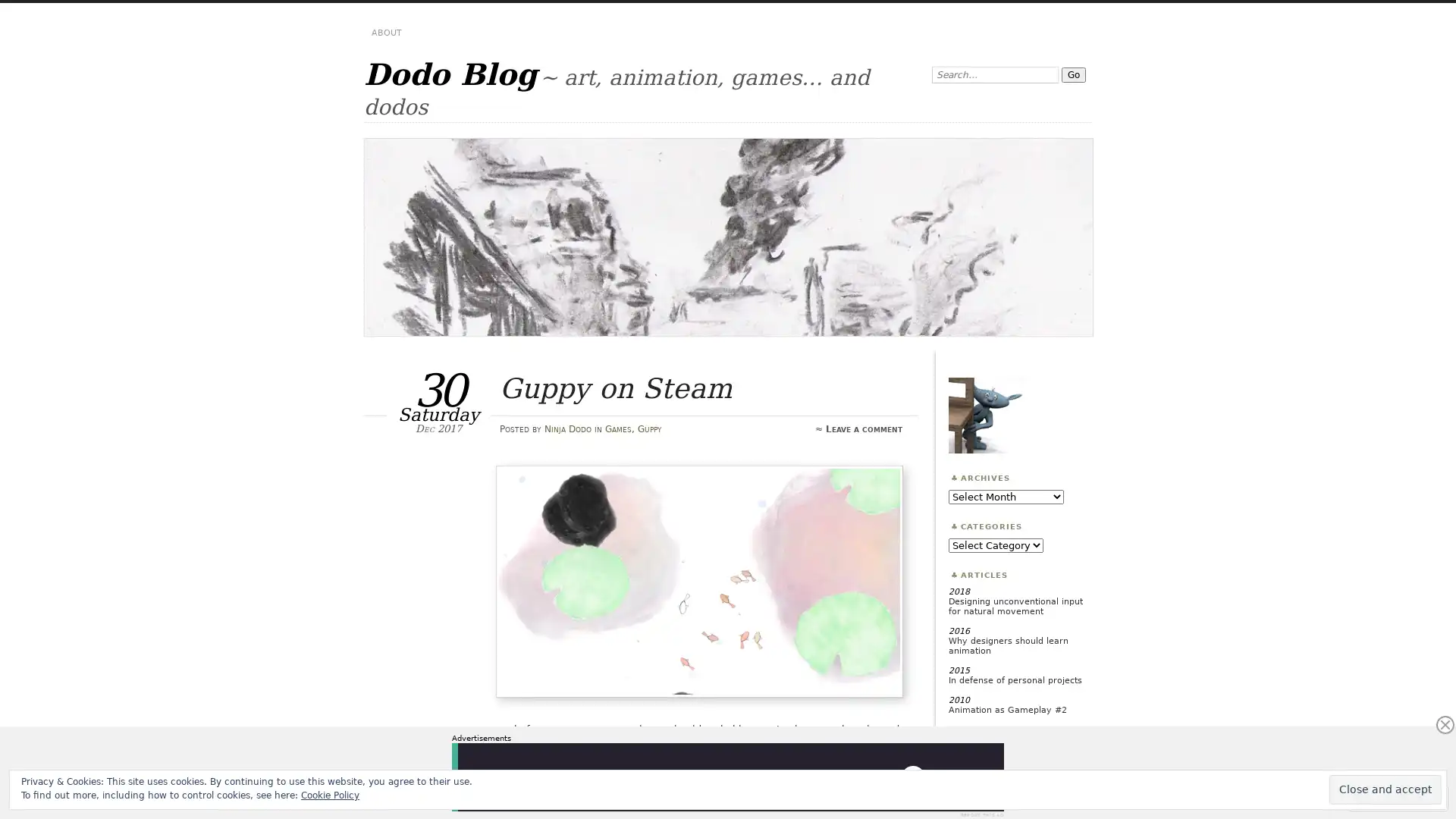 The image size is (1456, 819). What do you see at coordinates (1073, 75) in the screenshot?
I see `Go` at bounding box center [1073, 75].